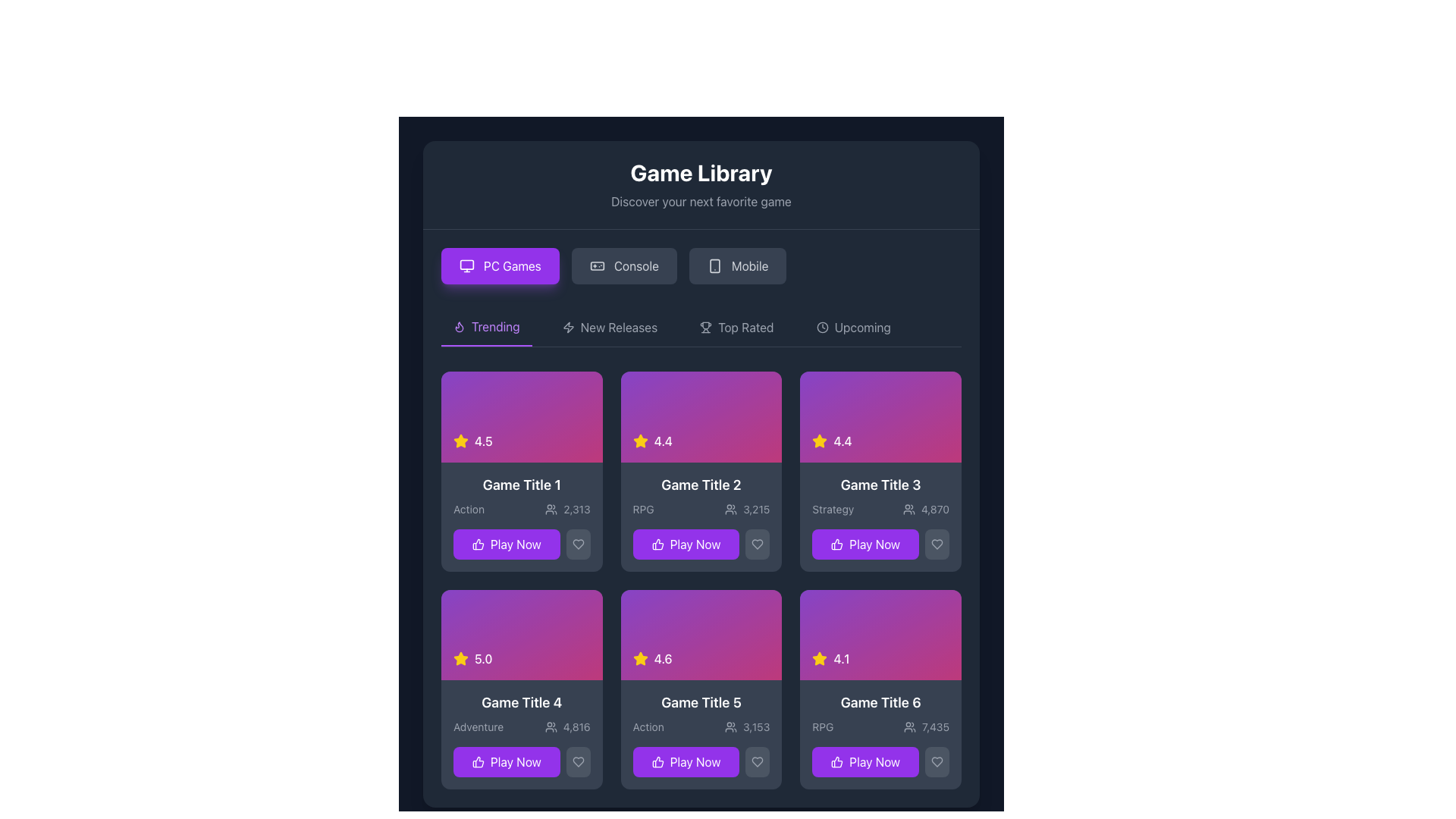 The image size is (1456, 819). What do you see at coordinates (821, 327) in the screenshot?
I see `the SVG Circle located in the top-center area of the interface, adjacent to the 'New Releases' and 'Trending' tabs` at bounding box center [821, 327].